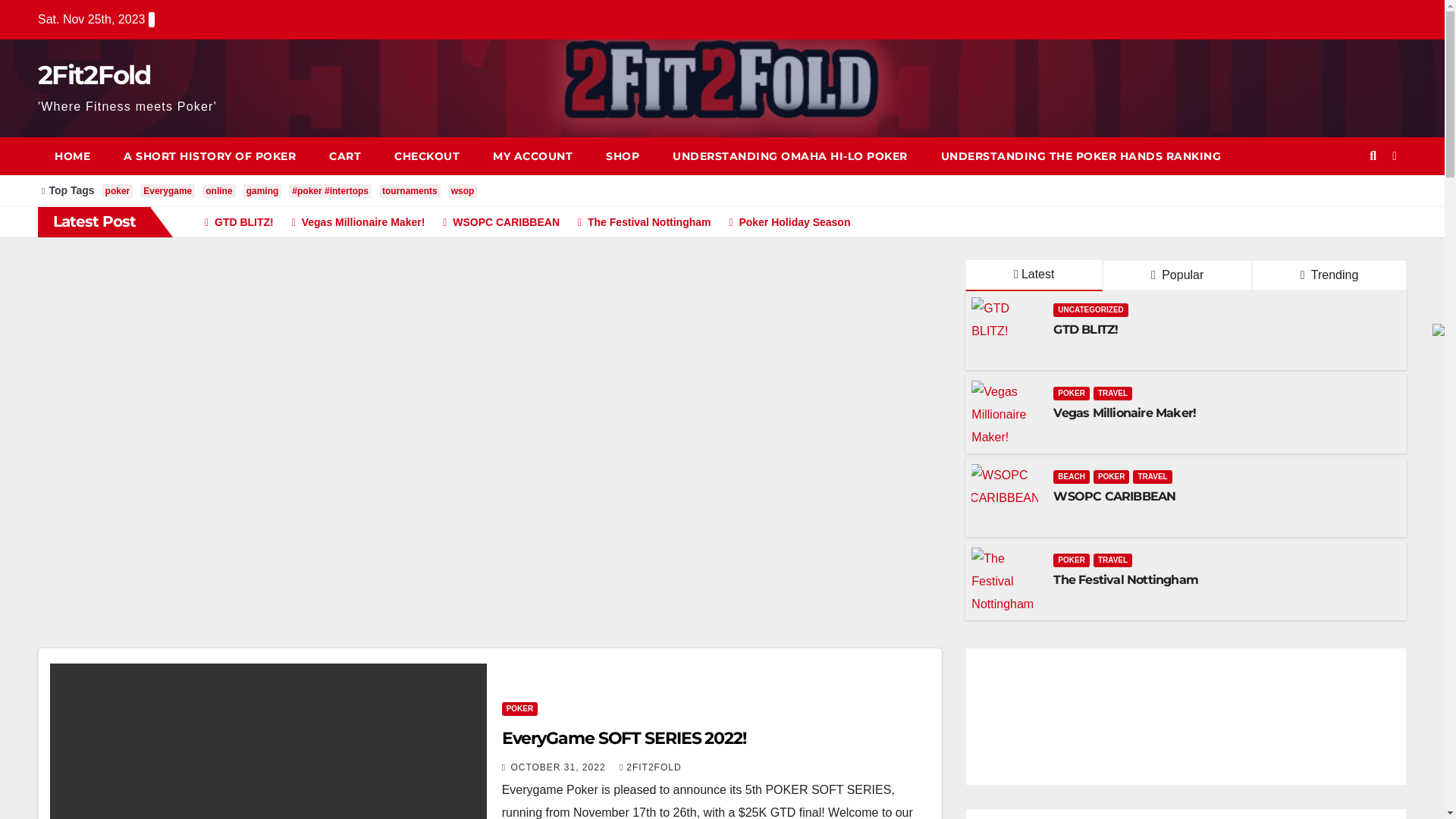 This screenshot has width=1456, height=819. What do you see at coordinates (167, 190) in the screenshot?
I see `'Everygame'` at bounding box center [167, 190].